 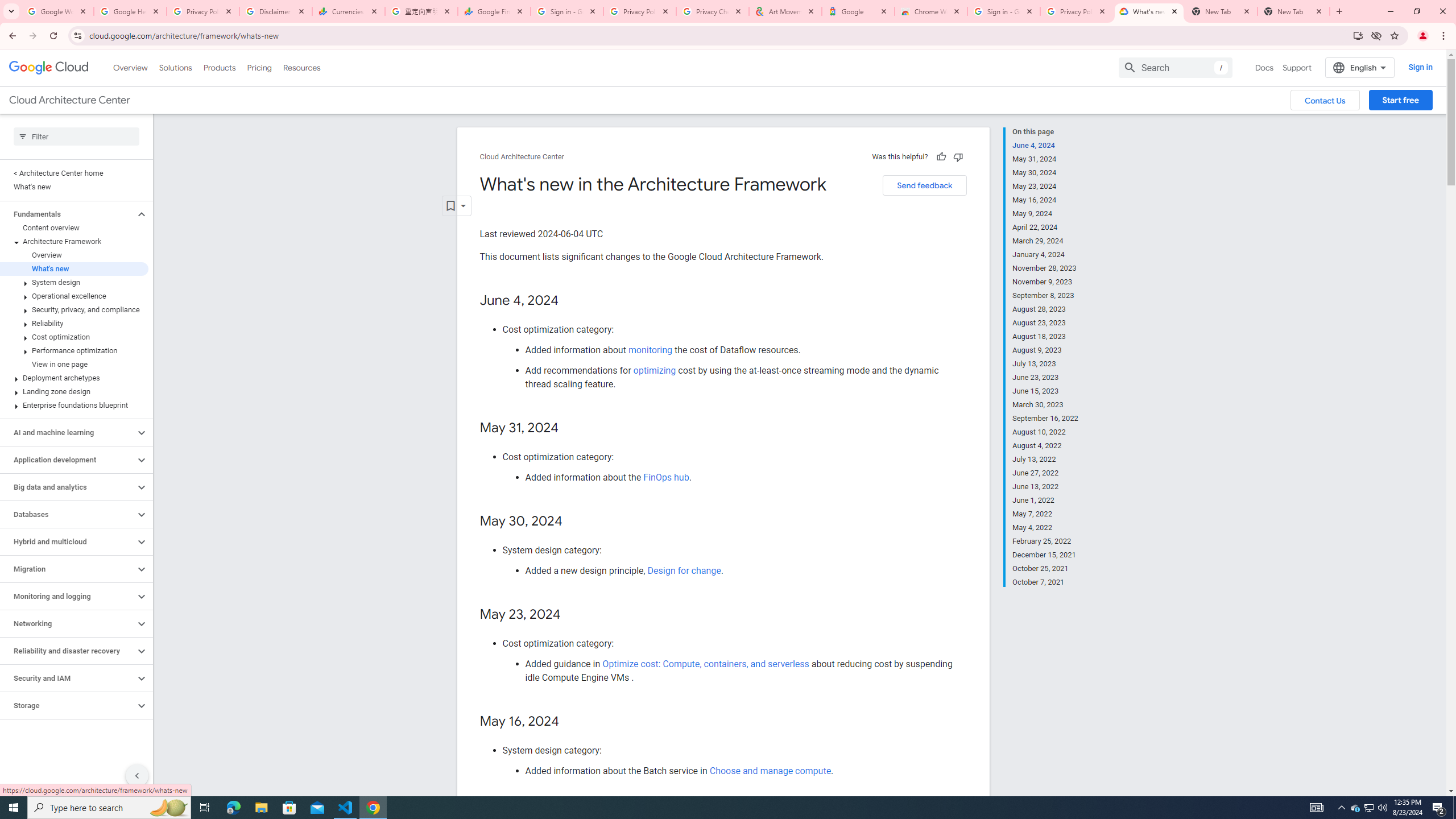 I want to click on 'March 30, 2023', so click(x=1045, y=405).